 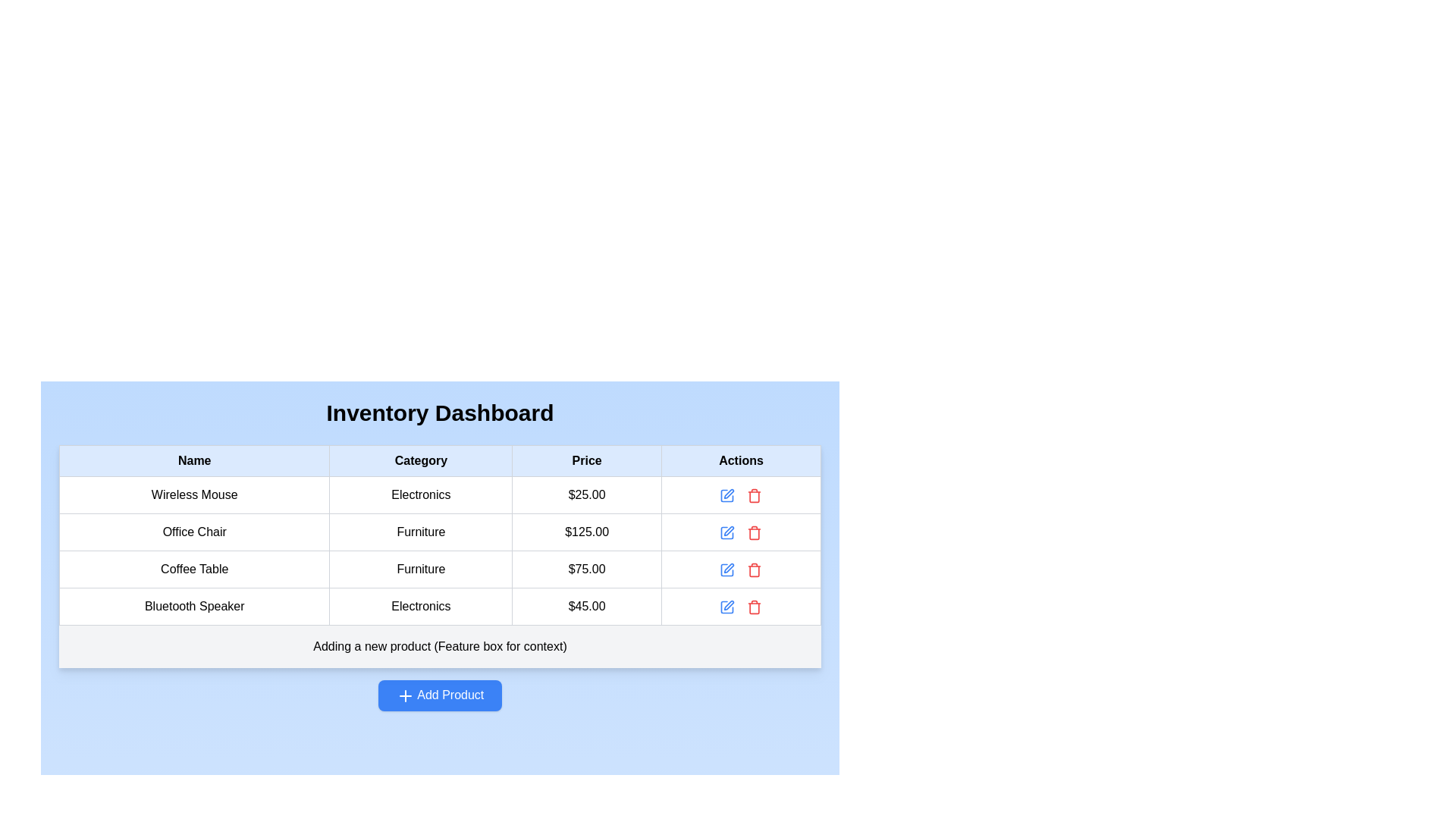 What do you see at coordinates (755, 605) in the screenshot?
I see `the delete button located in the 'Actions' column of the last row of the product data table` at bounding box center [755, 605].